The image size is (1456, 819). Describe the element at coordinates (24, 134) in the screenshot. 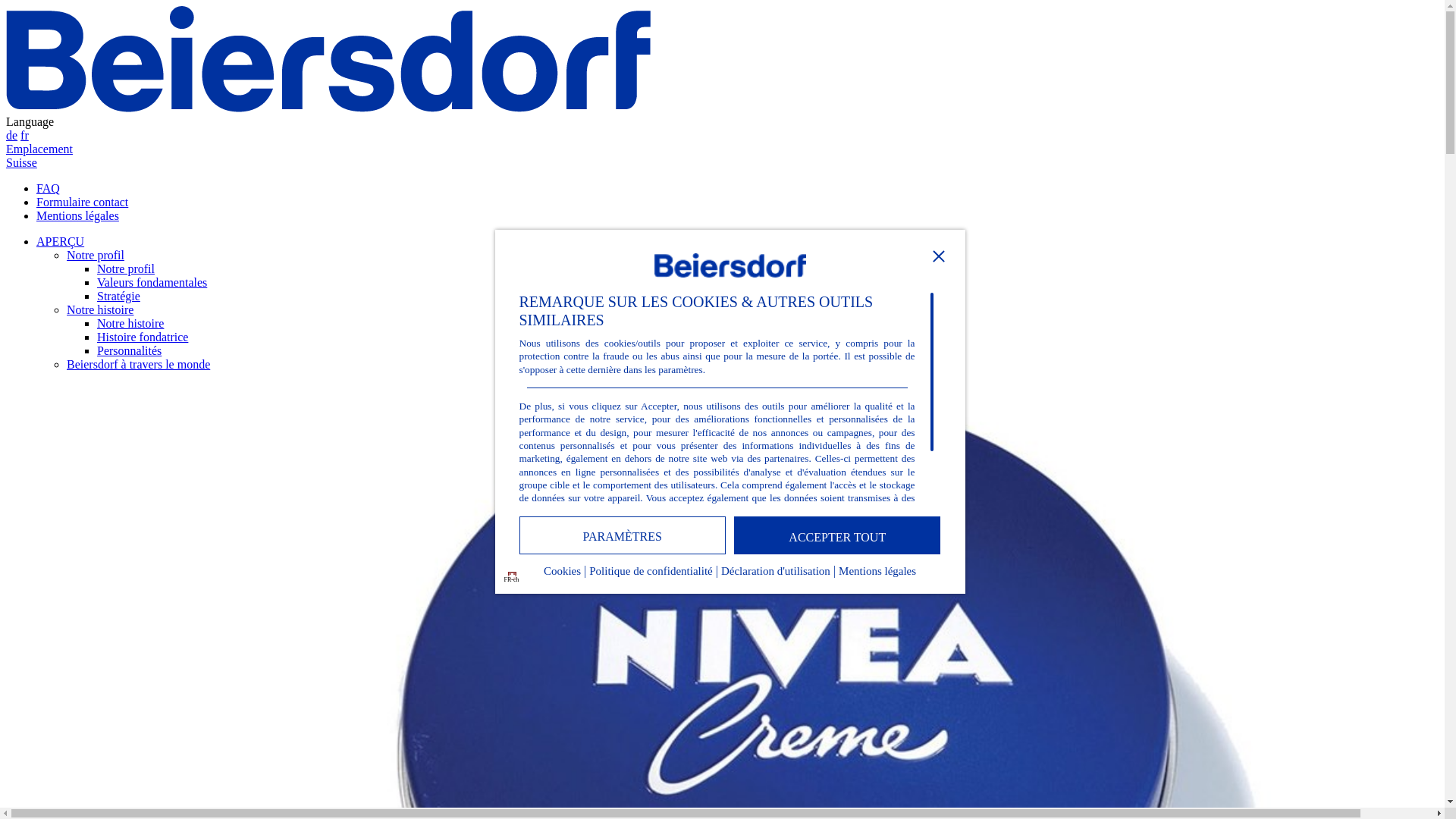

I see `'fr'` at that location.